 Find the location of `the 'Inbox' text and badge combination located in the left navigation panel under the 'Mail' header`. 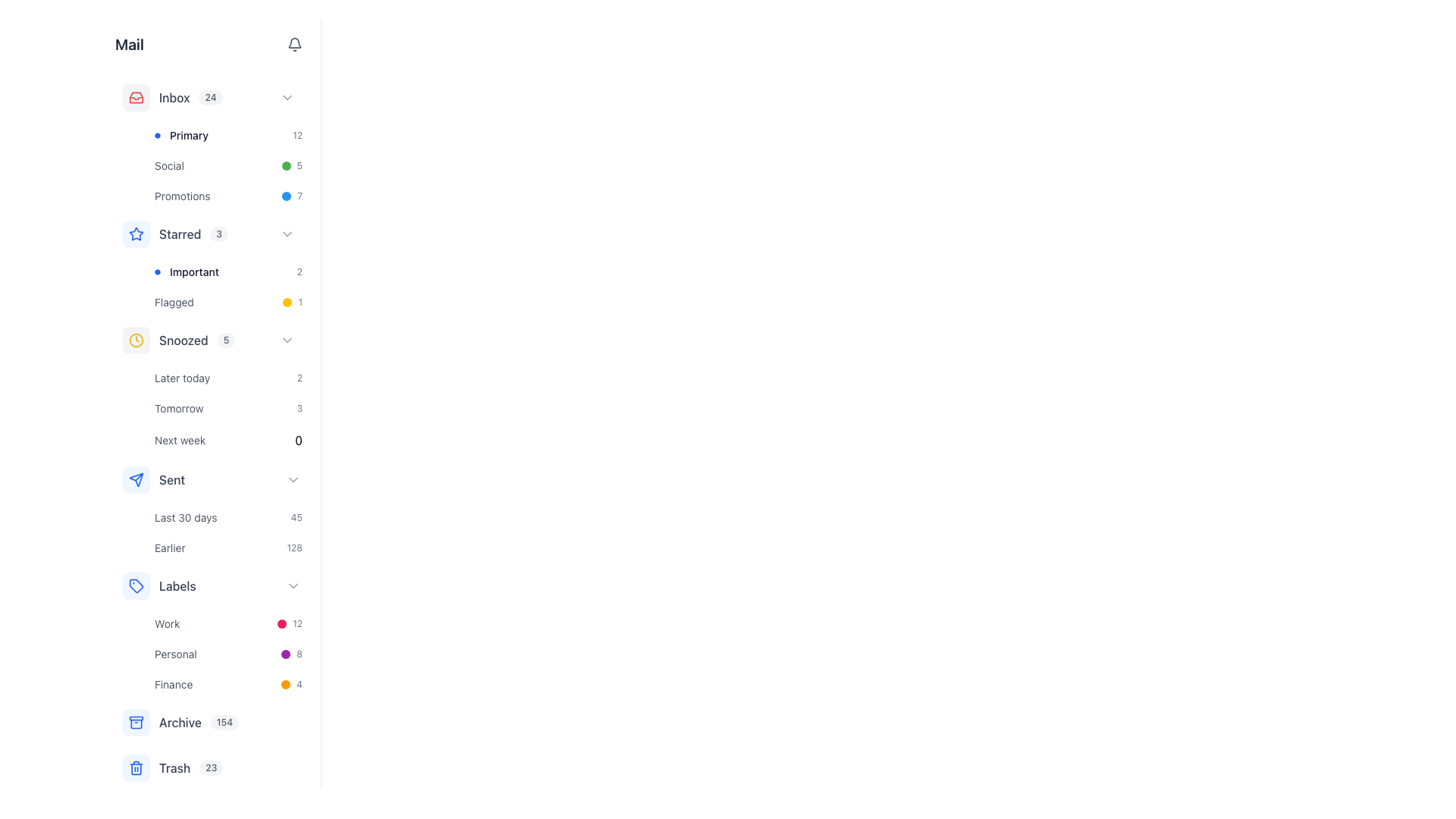

the 'Inbox' text and badge combination located in the left navigation panel under the 'Mail' header is located at coordinates (190, 97).